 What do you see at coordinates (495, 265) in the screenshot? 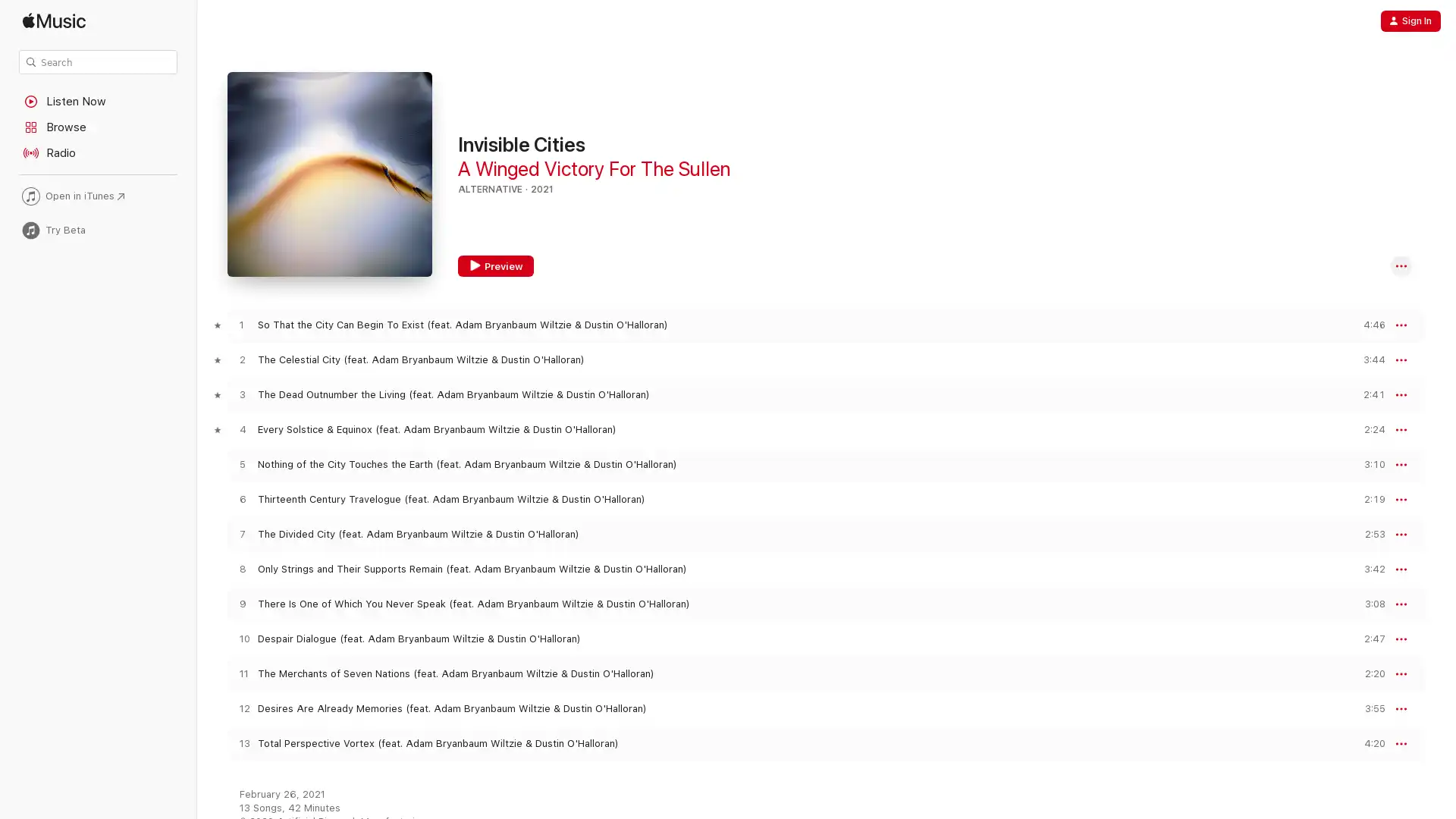
I see `Preview` at bounding box center [495, 265].